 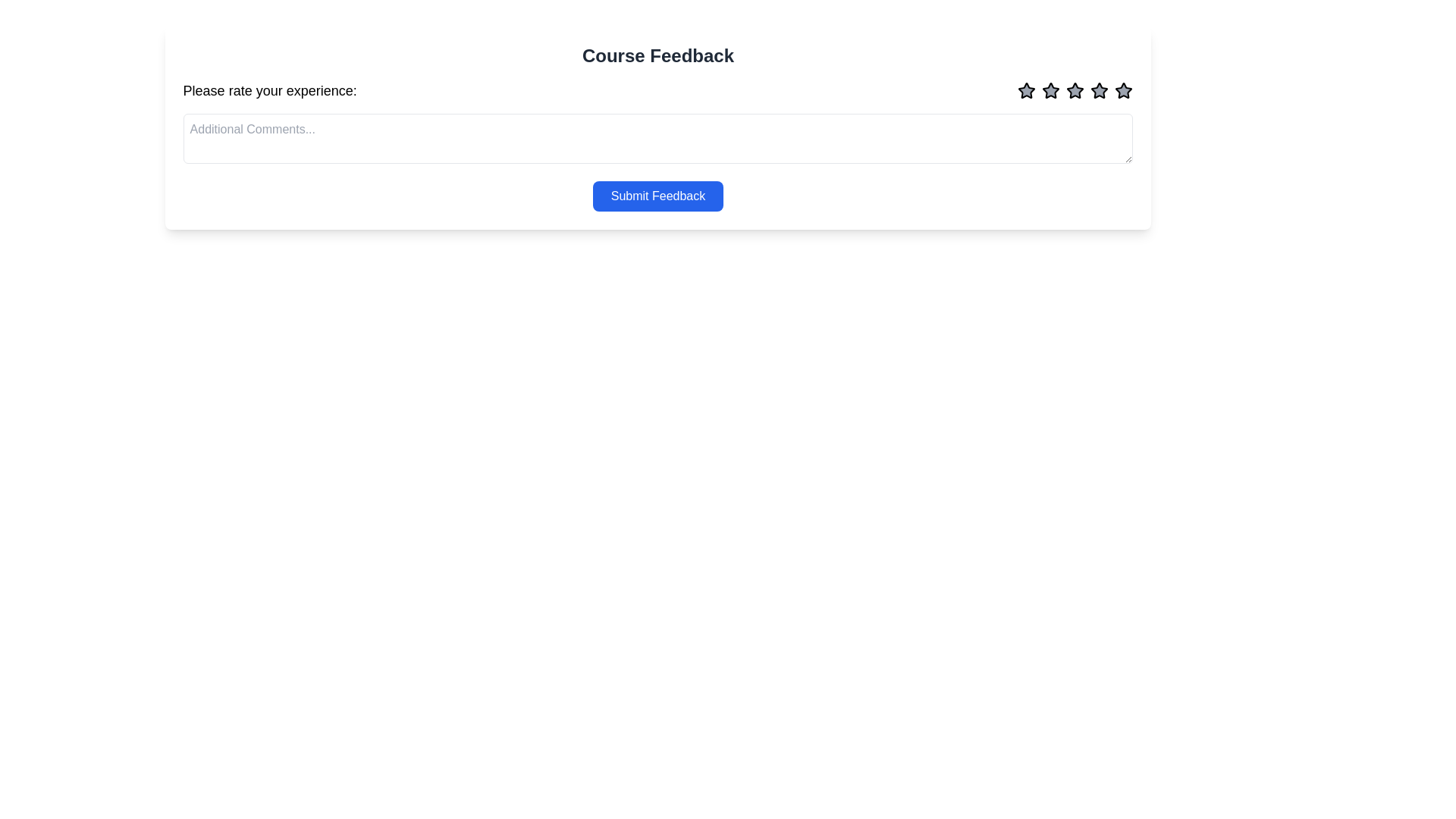 I want to click on the fourth star icon in the horizontal group of six stars for rating purposes, so click(x=1075, y=90).